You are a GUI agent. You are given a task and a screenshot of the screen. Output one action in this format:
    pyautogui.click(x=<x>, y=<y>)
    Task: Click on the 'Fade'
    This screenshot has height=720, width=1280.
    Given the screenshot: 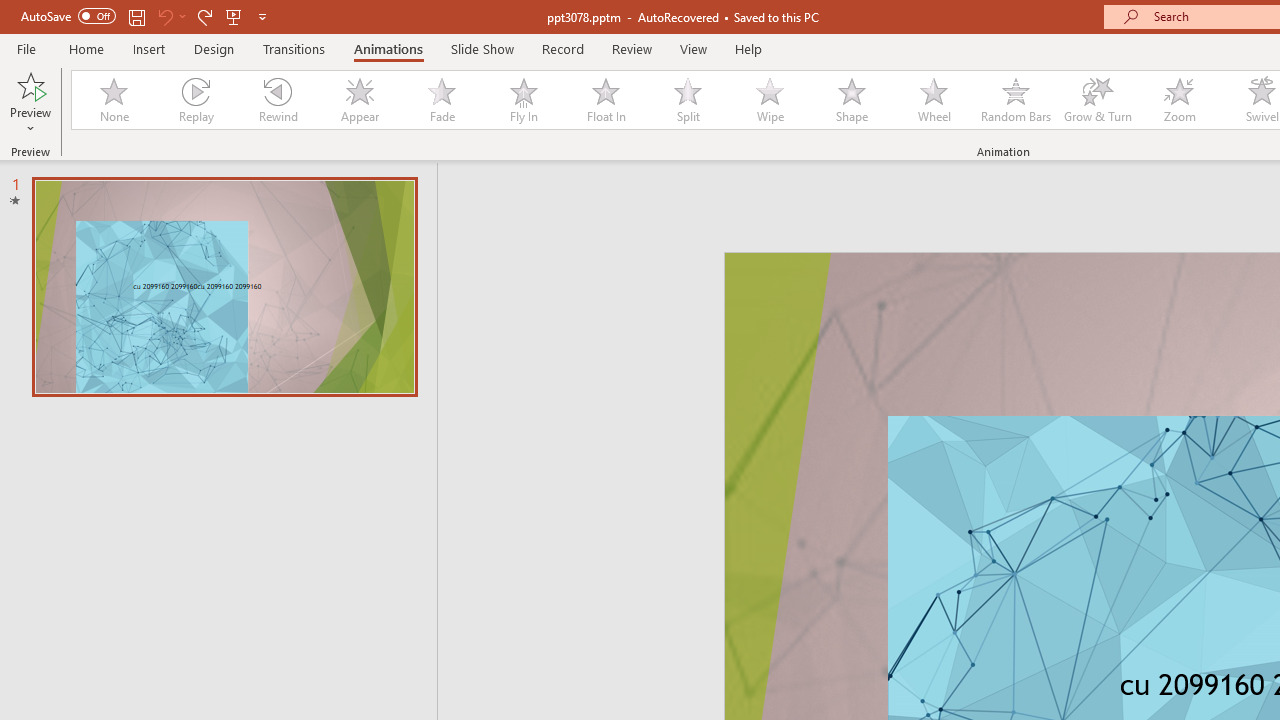 What is the action you would take?
    pyautogui.click(x=440, y=100)
    